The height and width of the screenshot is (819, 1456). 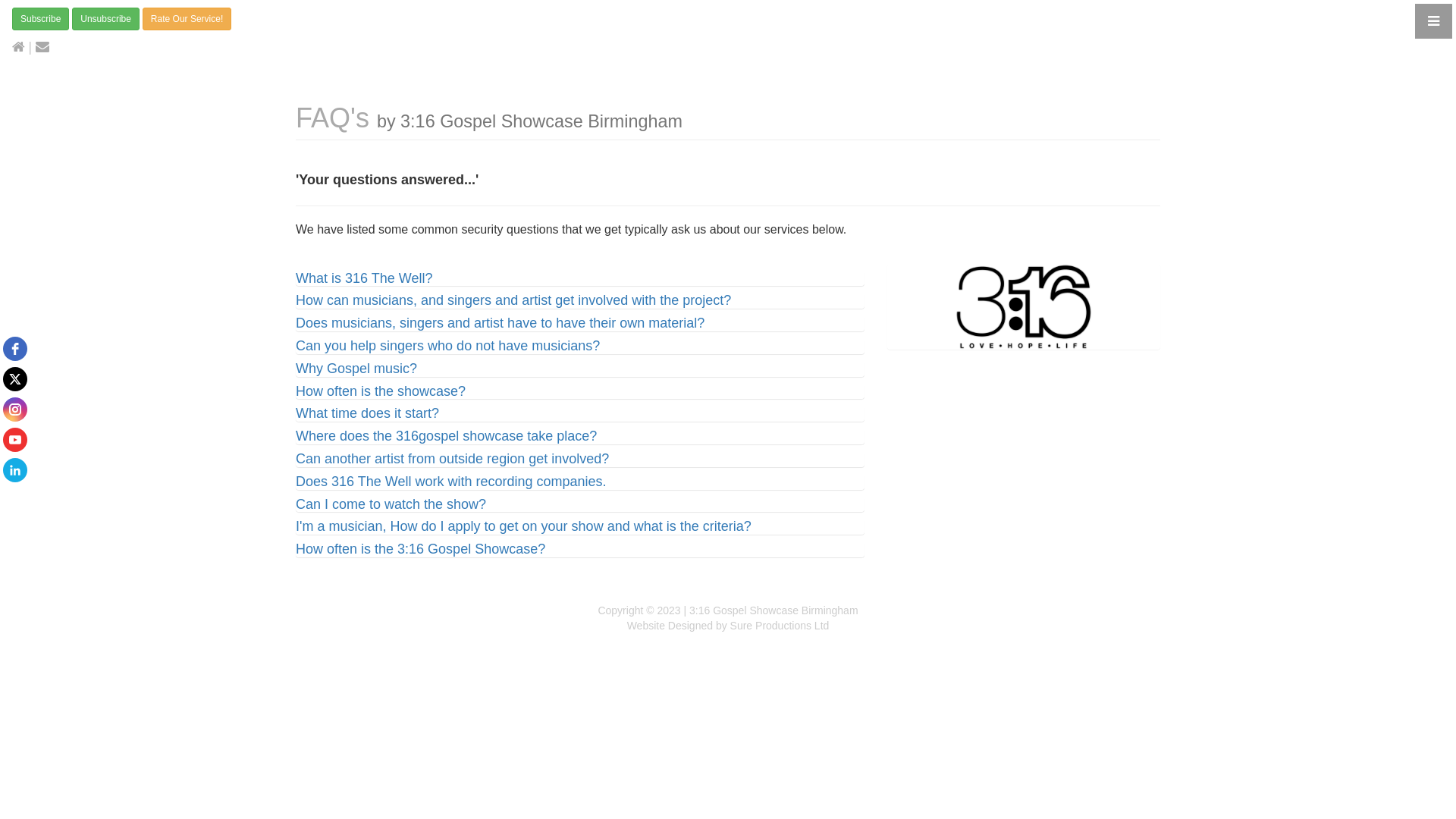 I want to click on 'Can I come to watch the show?', so click(x=391, y=504).